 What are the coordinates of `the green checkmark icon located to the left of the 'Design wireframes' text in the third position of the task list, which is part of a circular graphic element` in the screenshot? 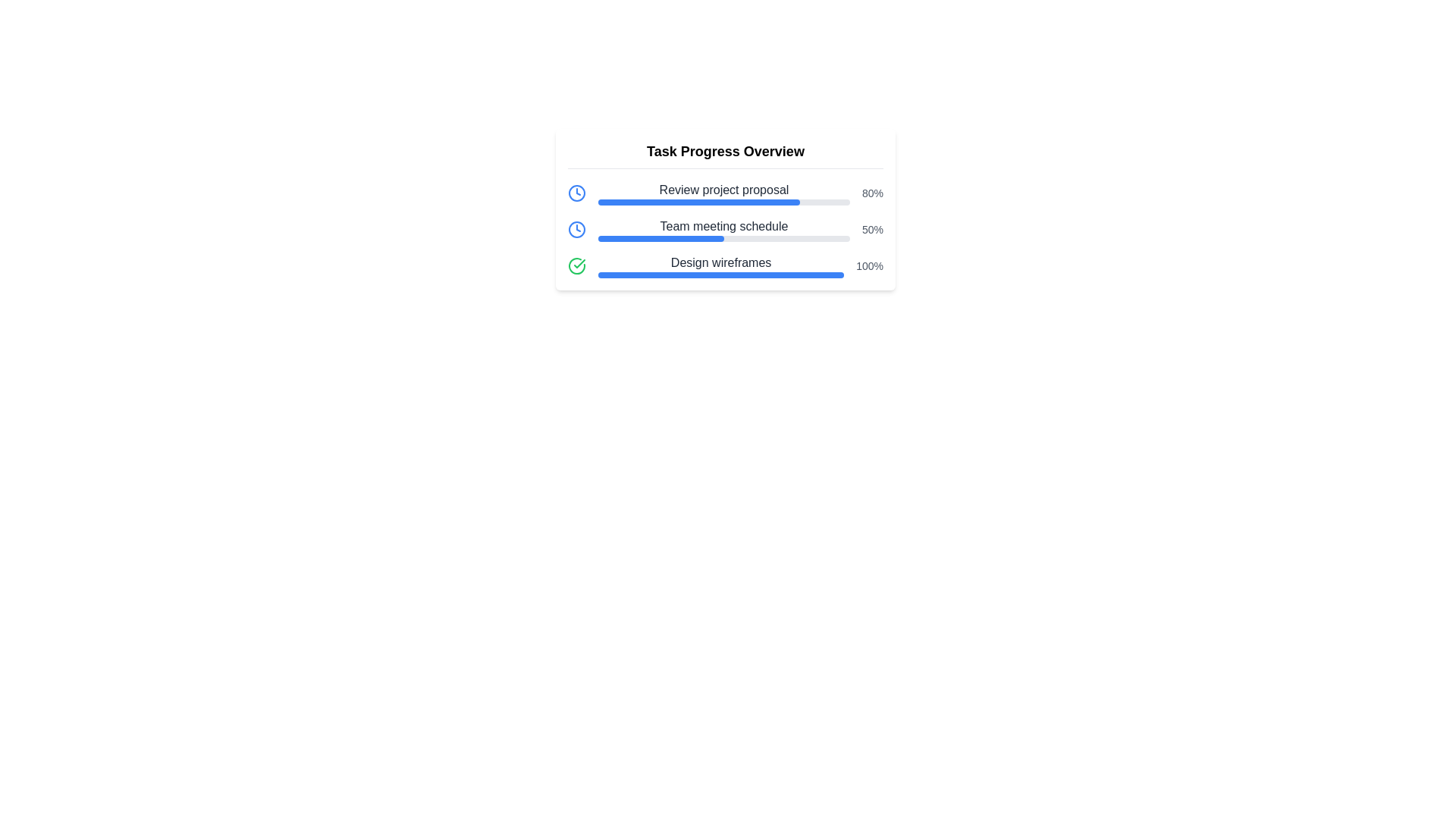 It's located at (579, 262).